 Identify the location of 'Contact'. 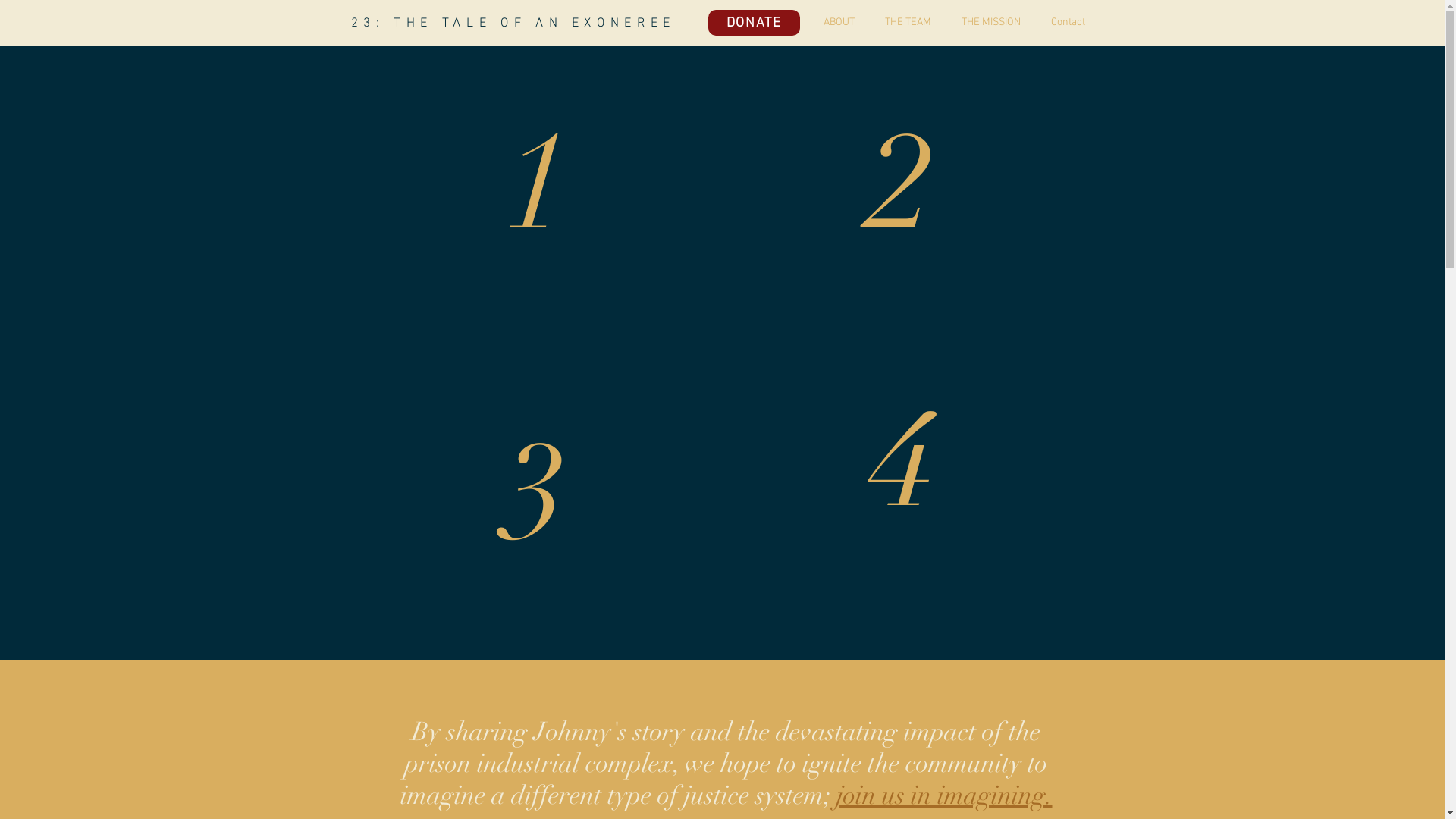
(1059, 23).